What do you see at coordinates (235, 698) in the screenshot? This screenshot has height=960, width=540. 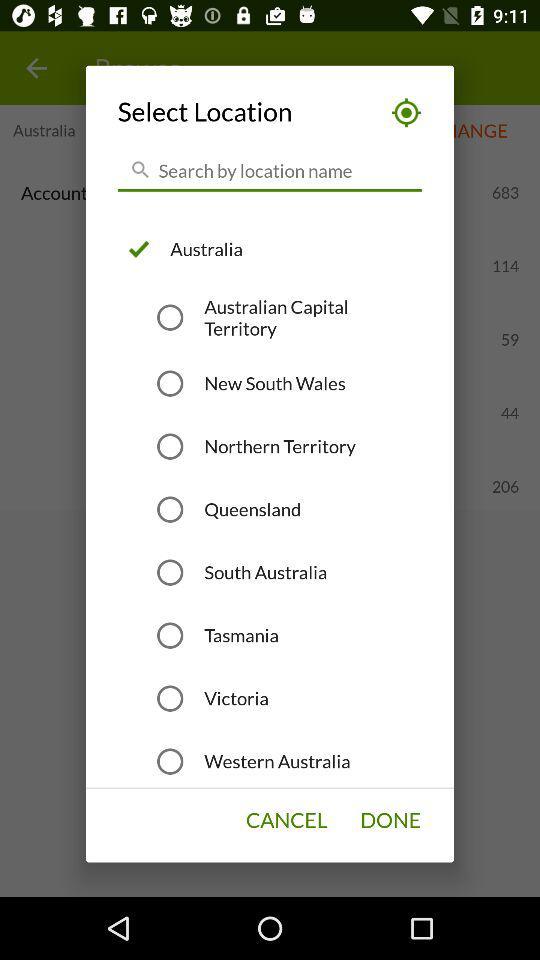 I see `the item above western australia` at bounding box center [235, 698].